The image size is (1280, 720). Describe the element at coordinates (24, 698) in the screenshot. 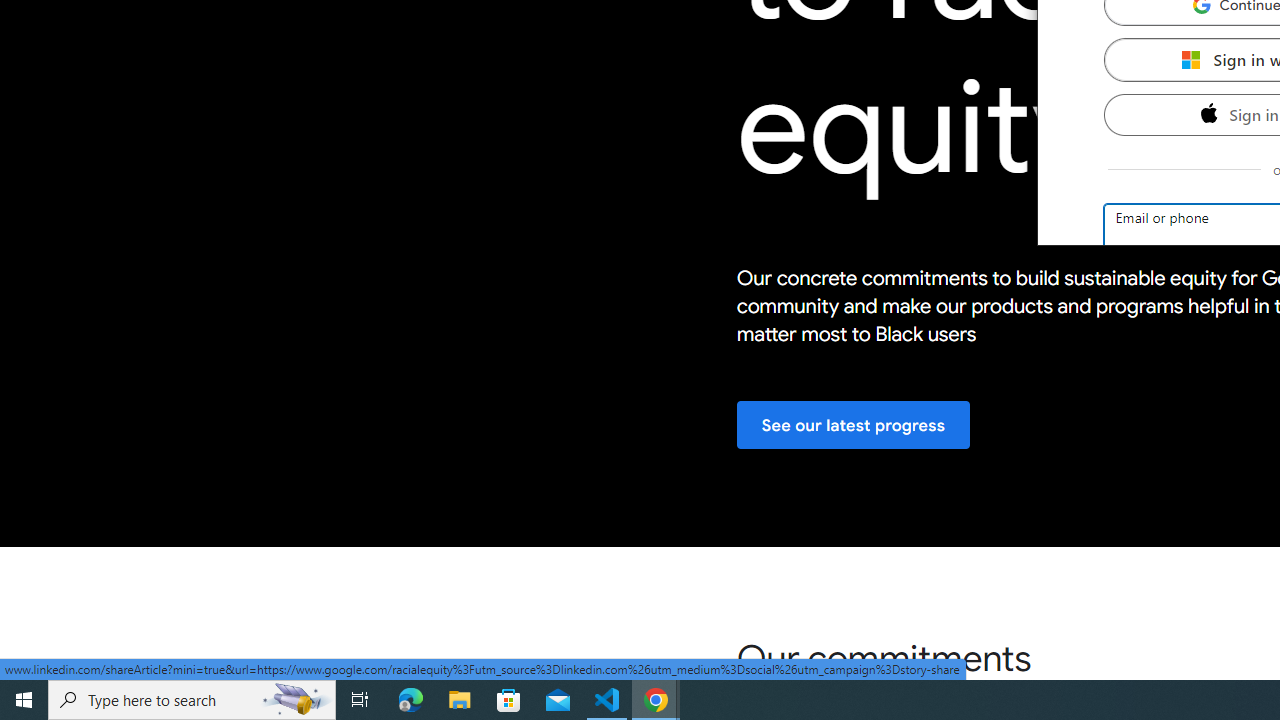

I see `'Start'` at that location.